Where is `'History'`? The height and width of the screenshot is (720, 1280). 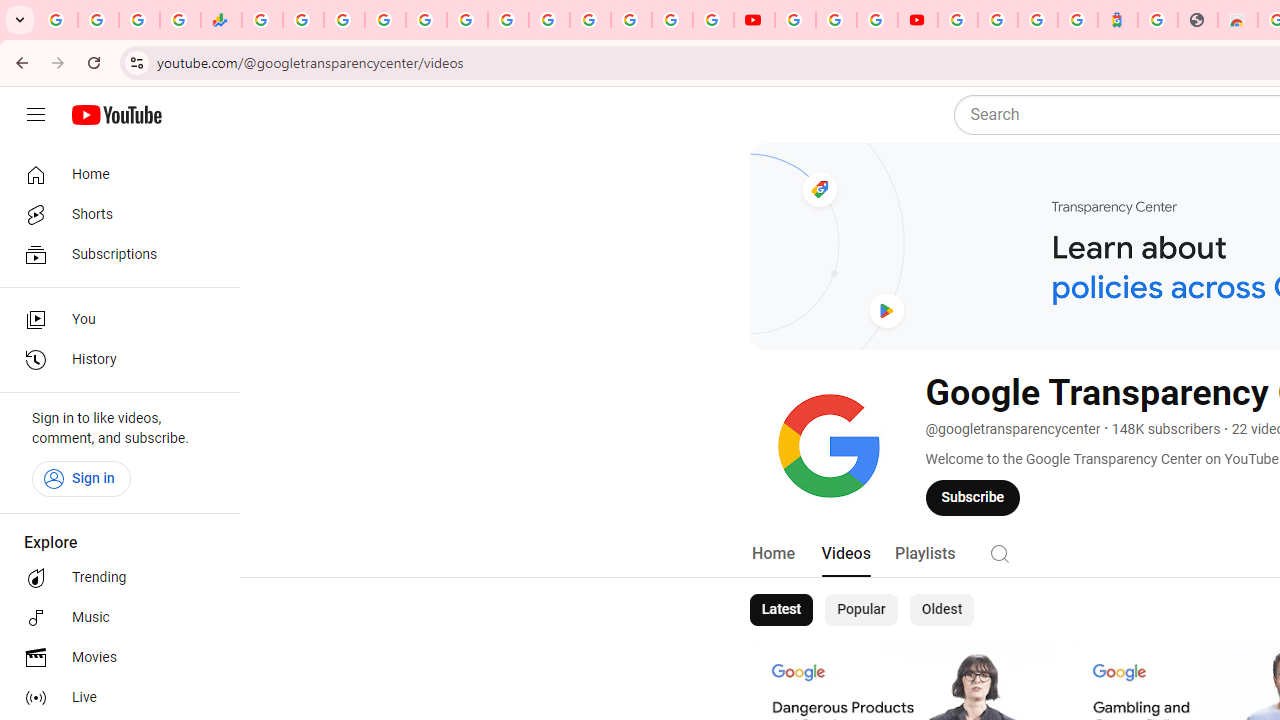 'History' is located at coordinates (112, 360).